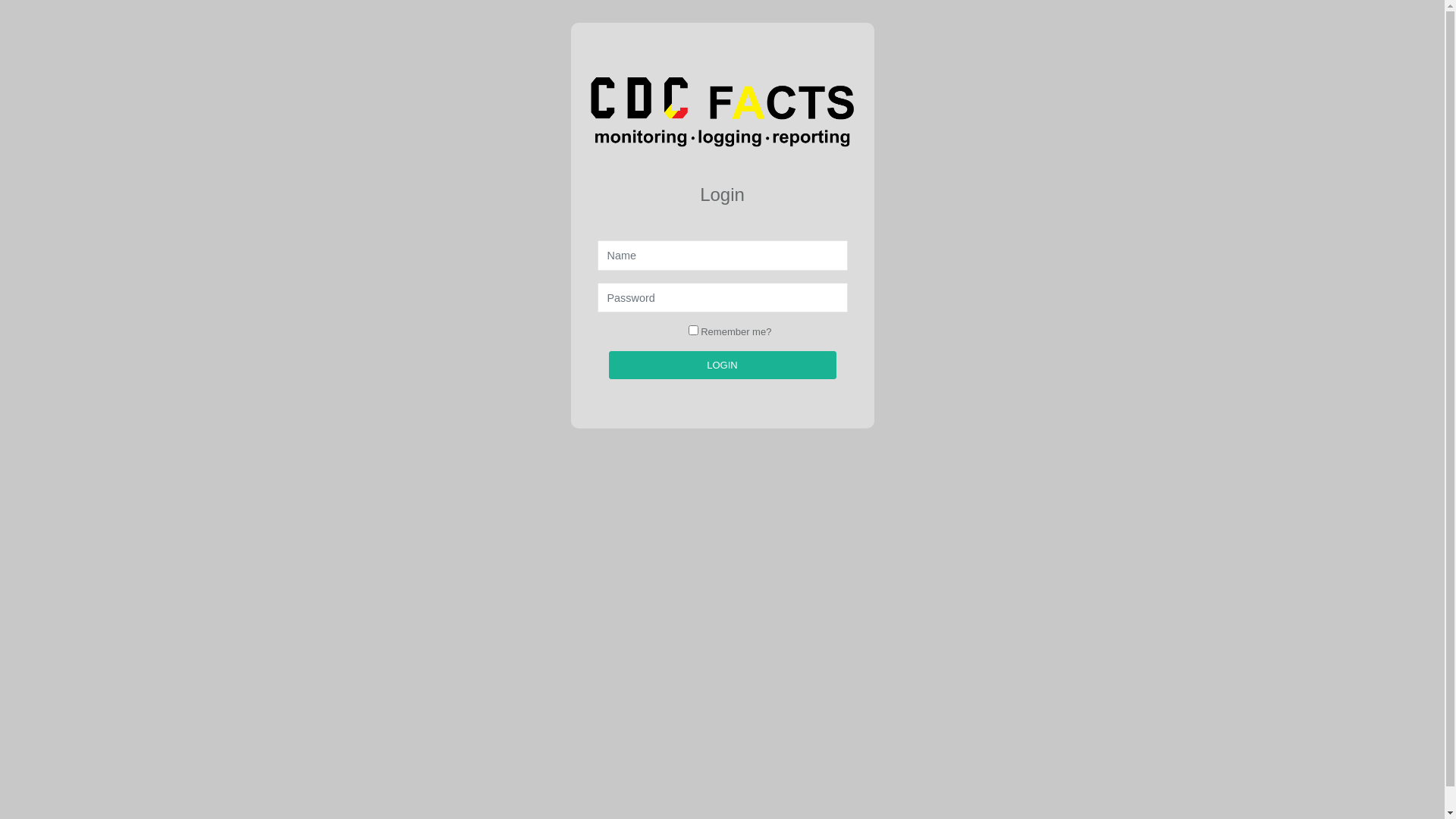  Describe the element at coordinates (720, 366) in the screenshot. I see `'LOGIN'` at that location.